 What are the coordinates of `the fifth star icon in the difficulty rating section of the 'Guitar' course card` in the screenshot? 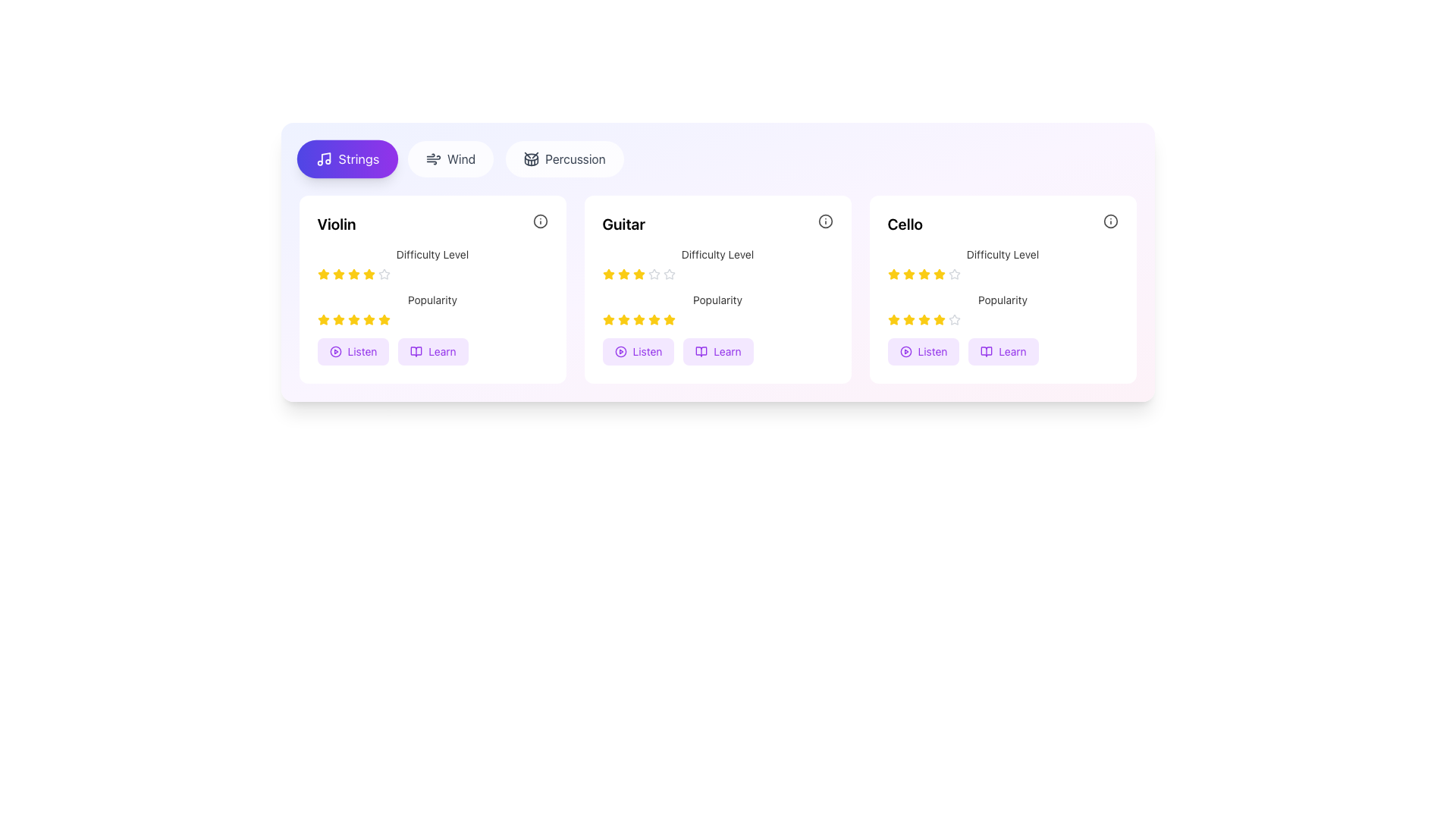 It's located at (654, 274).